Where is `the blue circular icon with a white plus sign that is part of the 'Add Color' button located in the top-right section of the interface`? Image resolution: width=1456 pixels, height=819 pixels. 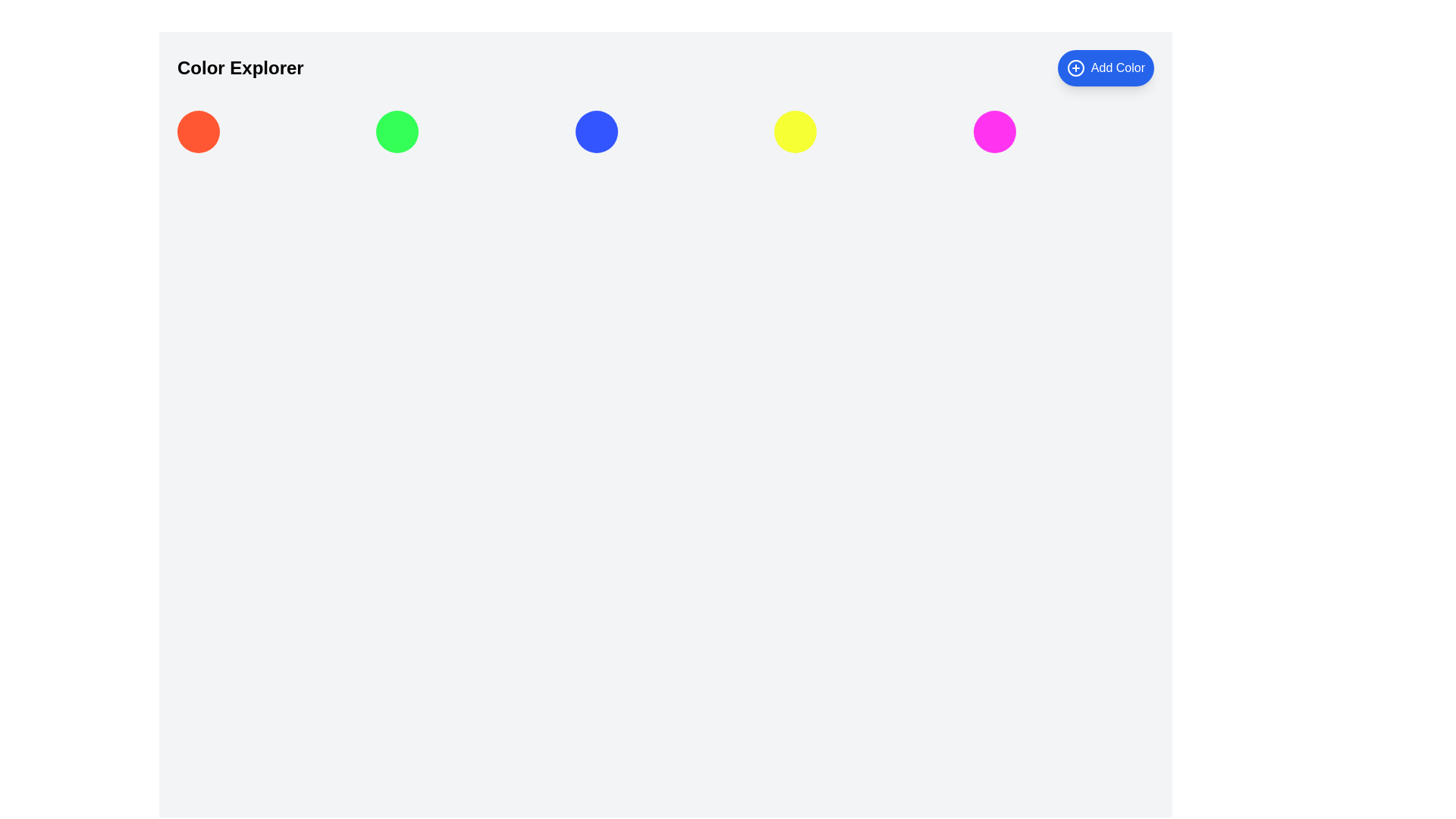 the blue circular icon with a white plus sign that is part of the 'Add Color' button located in the top-right section of the interface is located at coordinates (1075, 67).